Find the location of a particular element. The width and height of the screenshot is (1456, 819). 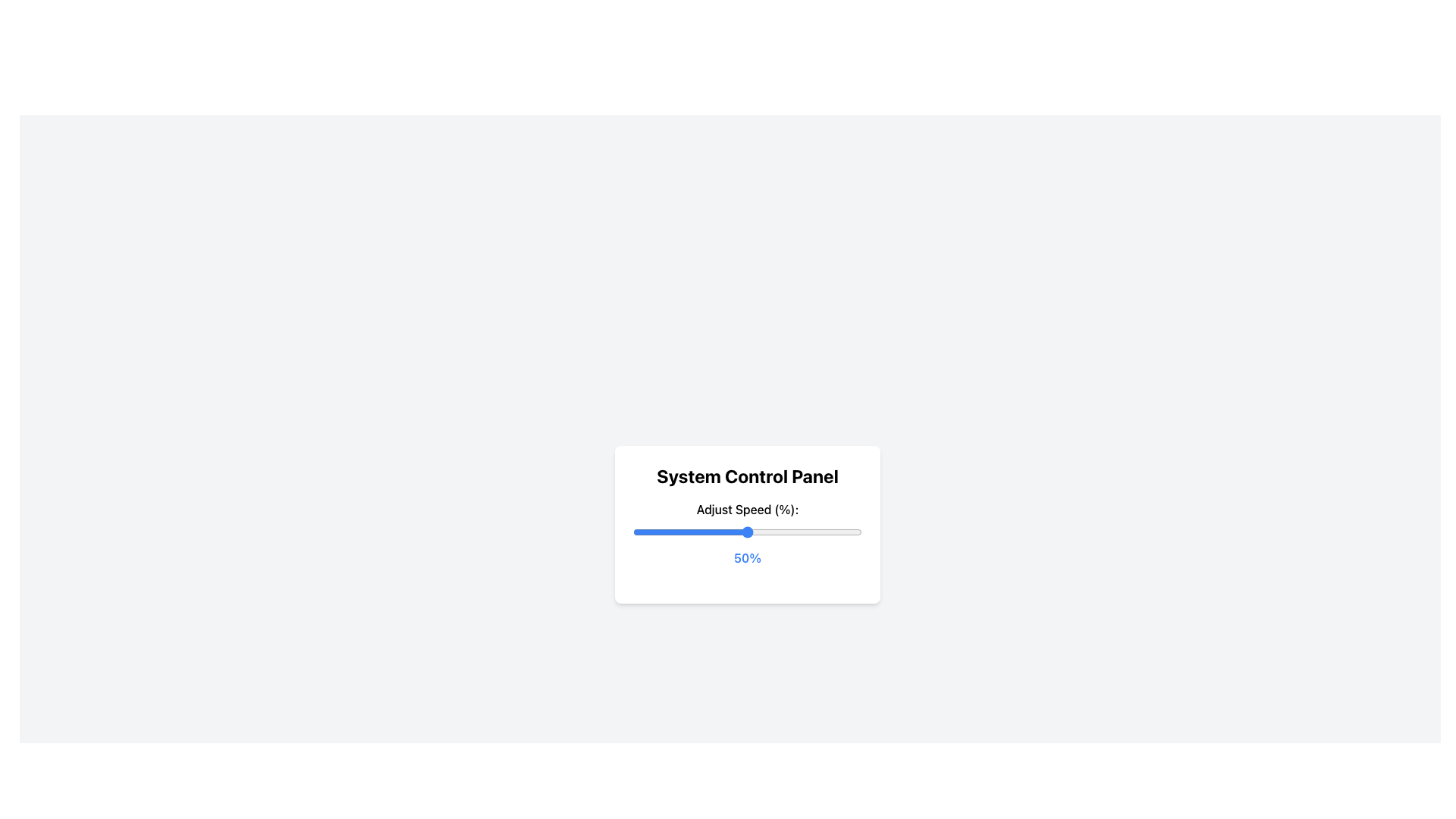

the speed is located at coordinates (656, 532).